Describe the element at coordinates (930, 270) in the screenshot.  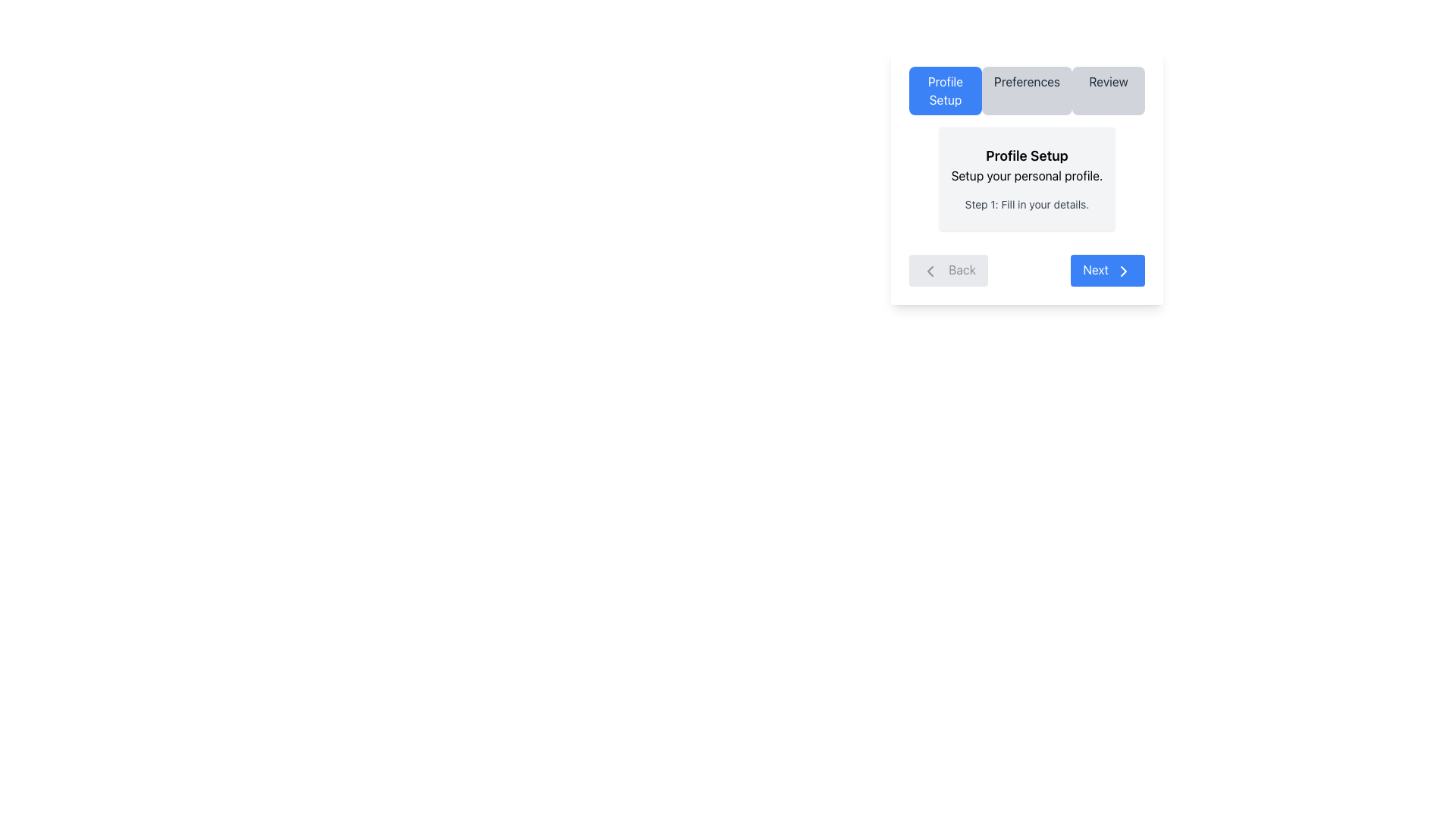
I see `the left-pointing arrow icon of the 'Back' button located at the bottom-left section of the interface` at that location.